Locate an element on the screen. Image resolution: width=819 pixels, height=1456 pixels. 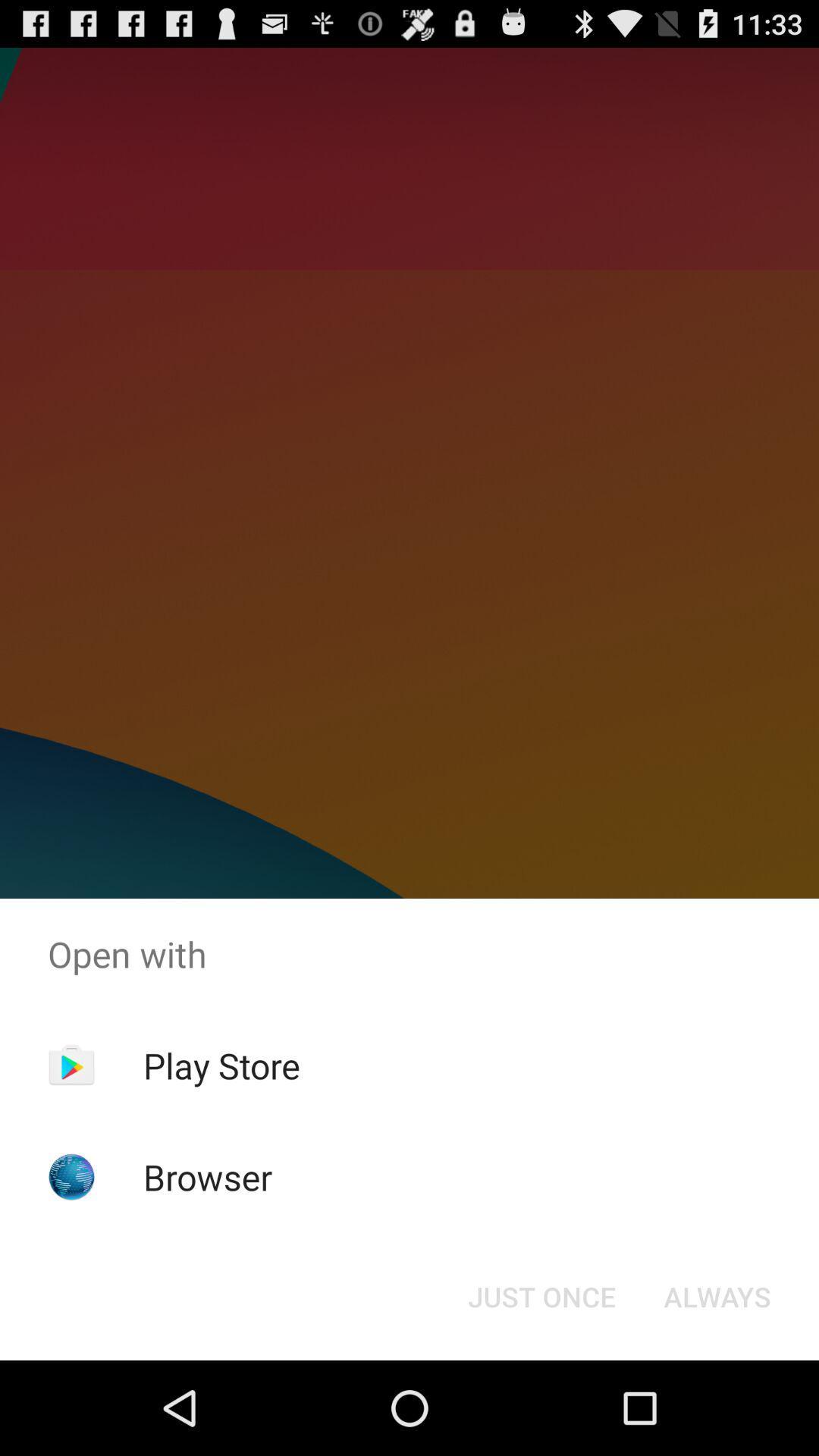
always button is located at coordinates (717, 1295).